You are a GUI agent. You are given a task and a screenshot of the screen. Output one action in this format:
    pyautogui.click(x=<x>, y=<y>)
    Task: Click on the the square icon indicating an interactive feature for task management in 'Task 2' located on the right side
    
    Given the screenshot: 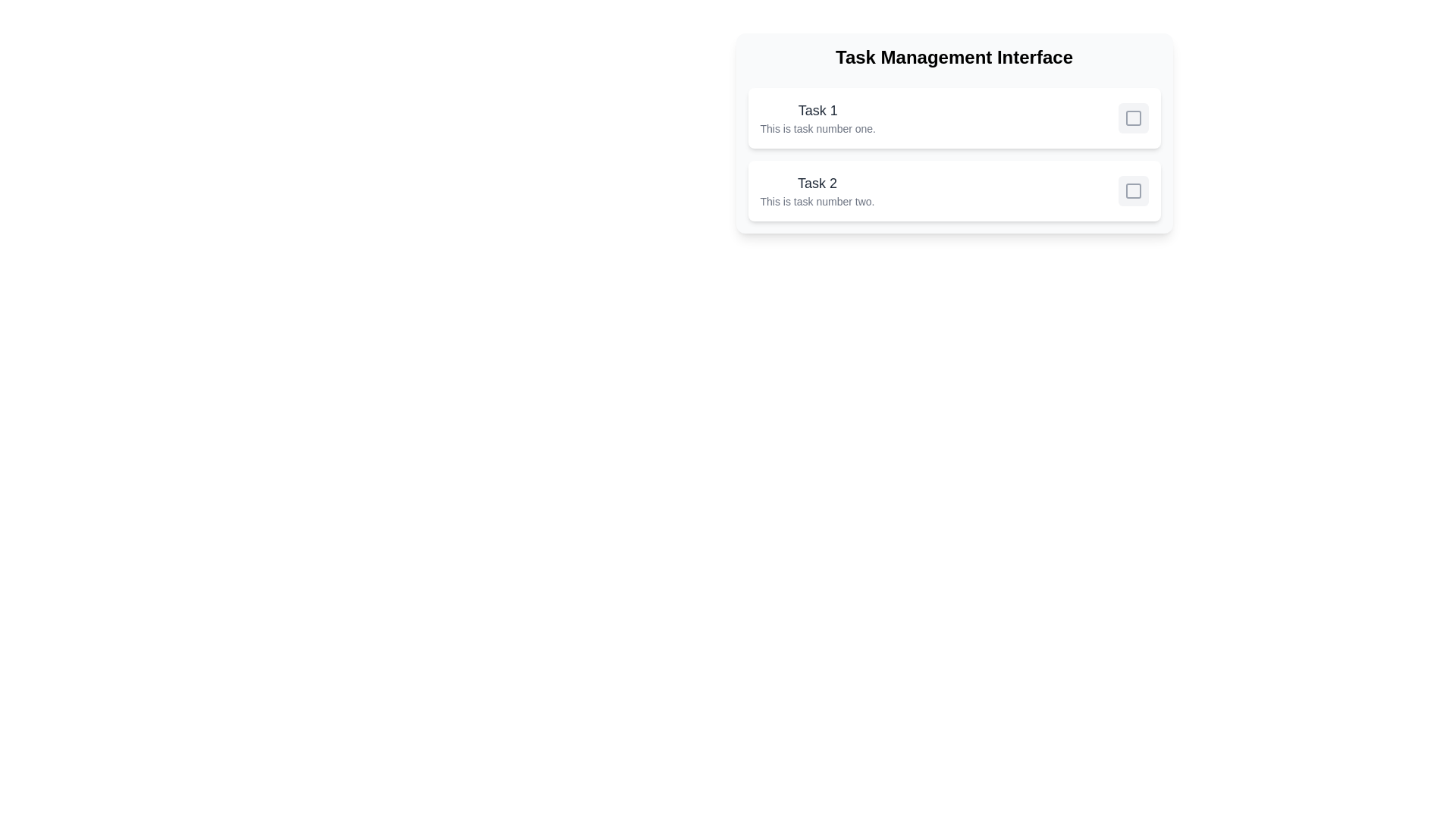 What is the action you would take?
    pyautogui.click(x=1133, y=190)
    